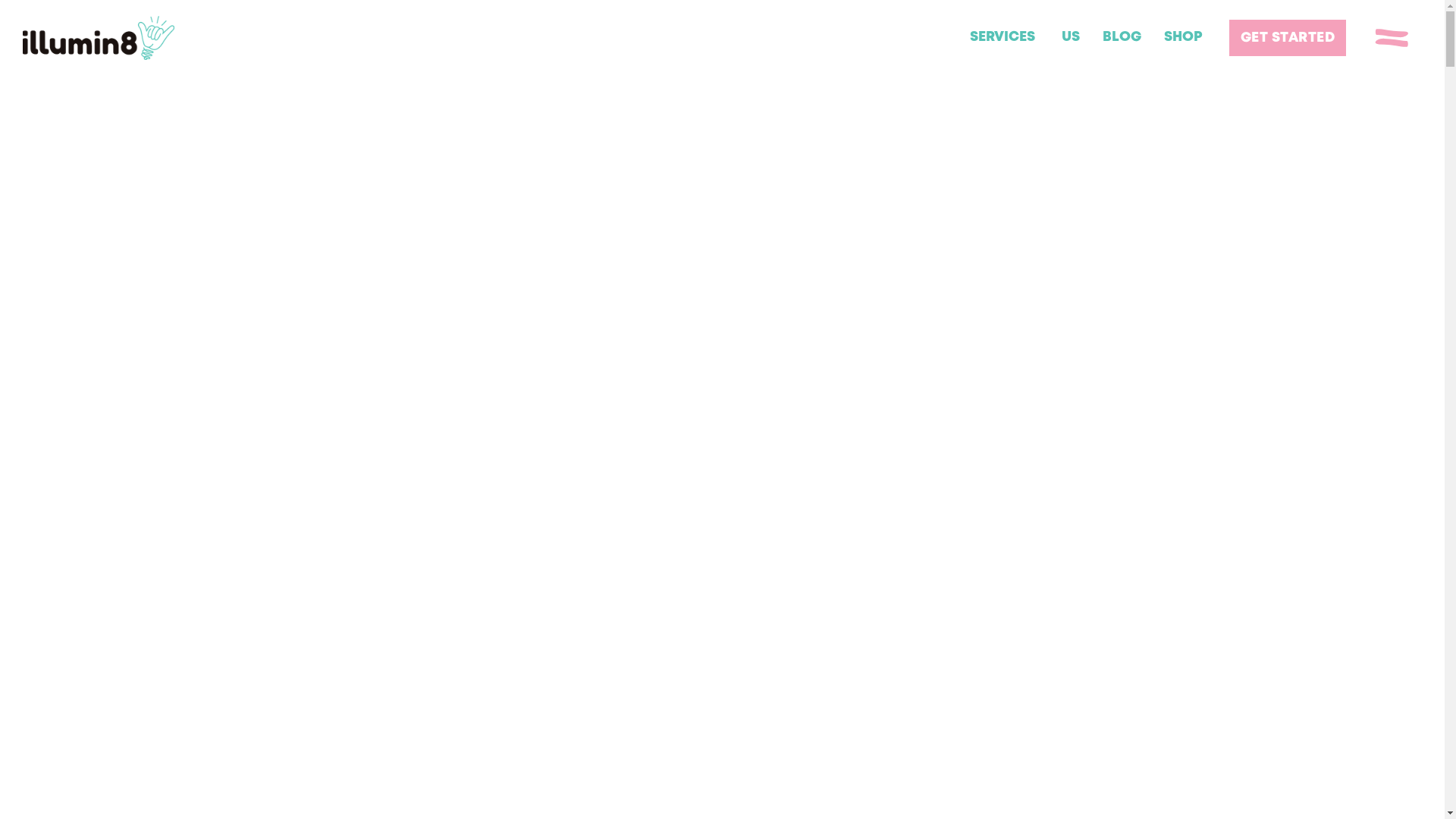 This screenshot has height=819, width=1456. I want to click on 'SERVICES', so click(1003, 37).